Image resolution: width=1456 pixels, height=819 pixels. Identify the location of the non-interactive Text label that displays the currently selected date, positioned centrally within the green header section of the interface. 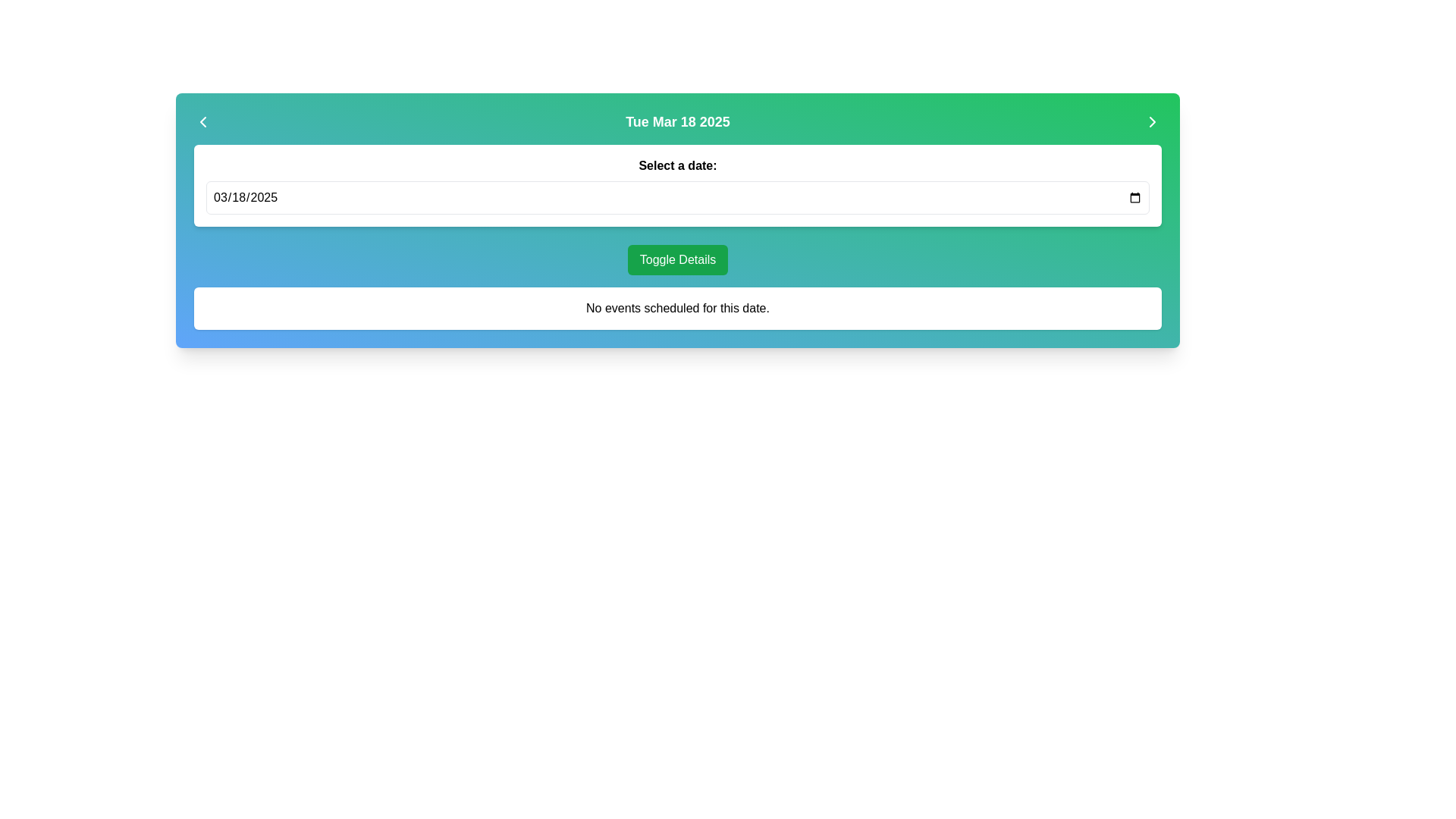
(676, 121).